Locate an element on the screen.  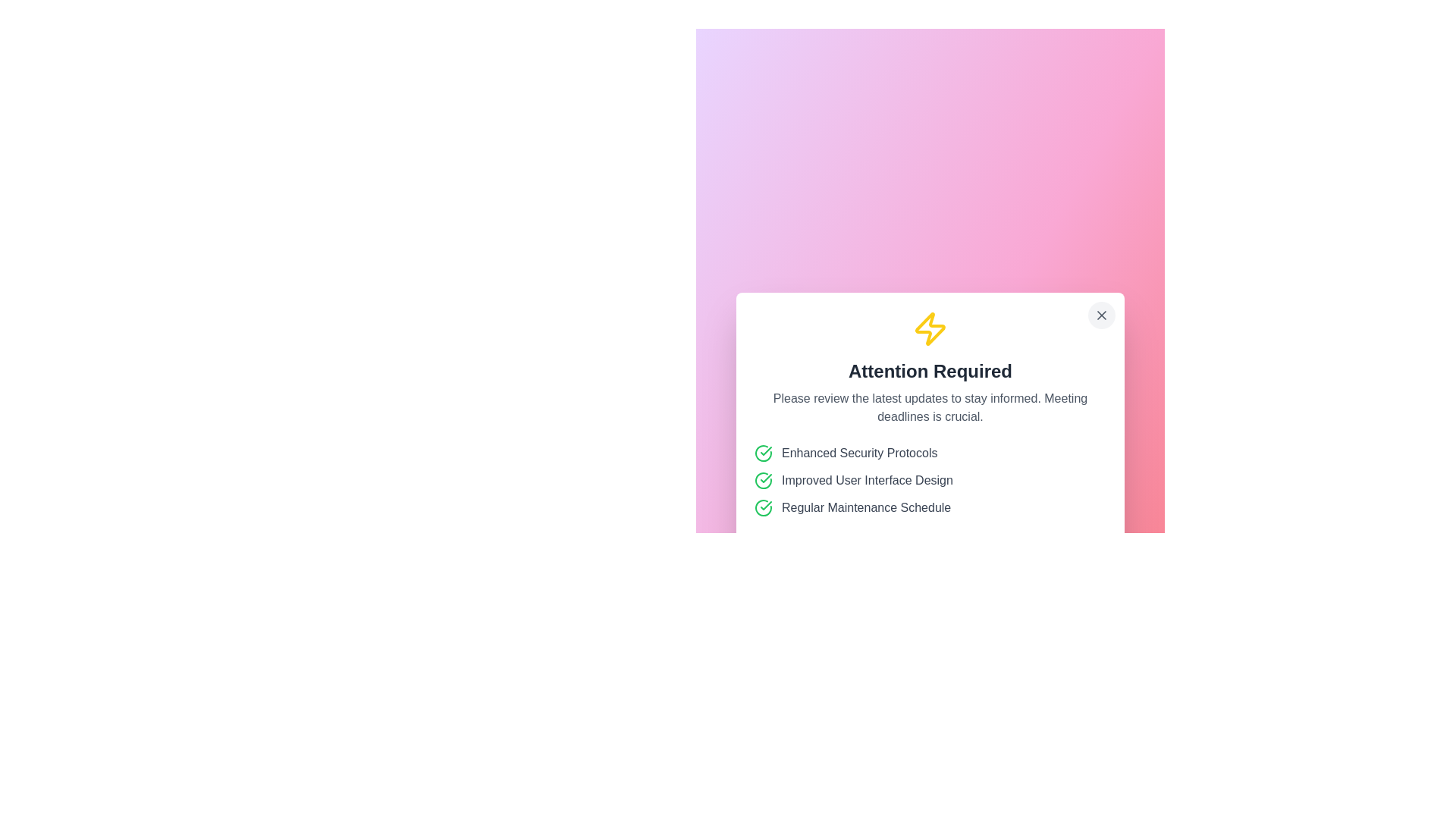
the visual indicator icon located at the center-top of the modal dialog above the 'Attention Required' heading is located at coordinates (930, 328).